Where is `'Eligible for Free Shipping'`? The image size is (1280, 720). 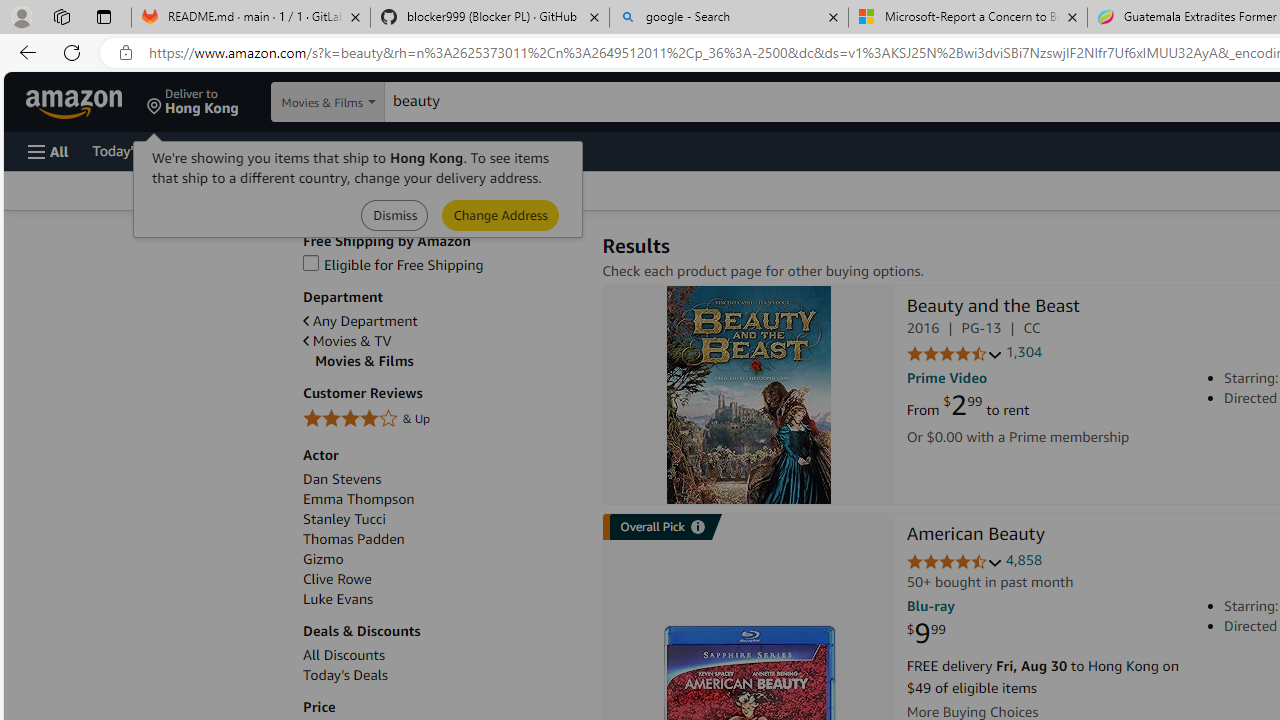 'Eligible for Free Shipping' is located at coordinates (441, 264).